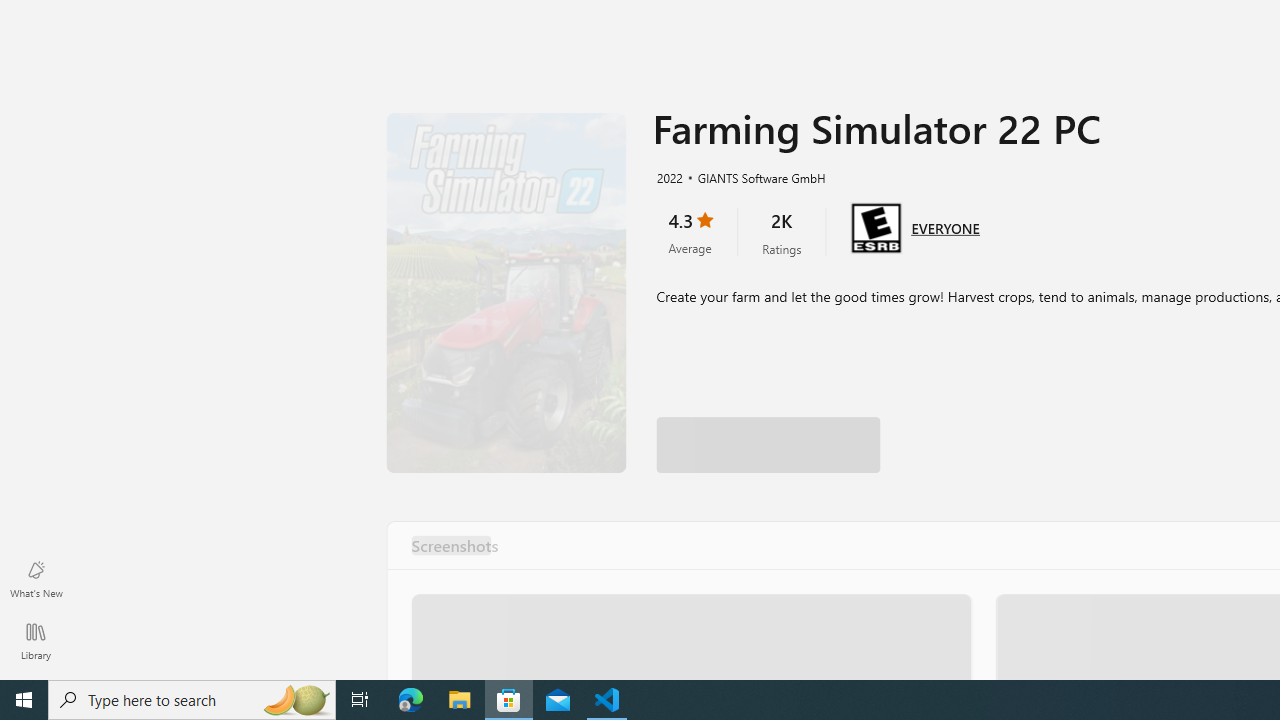 The height and width of the screenshot is (720, 1280). What do you see at coordinates (944, 225) in the screenshot?
I see `'Age rating: EVERYONE. Click for more information.'` at bounding box center [944, 225].